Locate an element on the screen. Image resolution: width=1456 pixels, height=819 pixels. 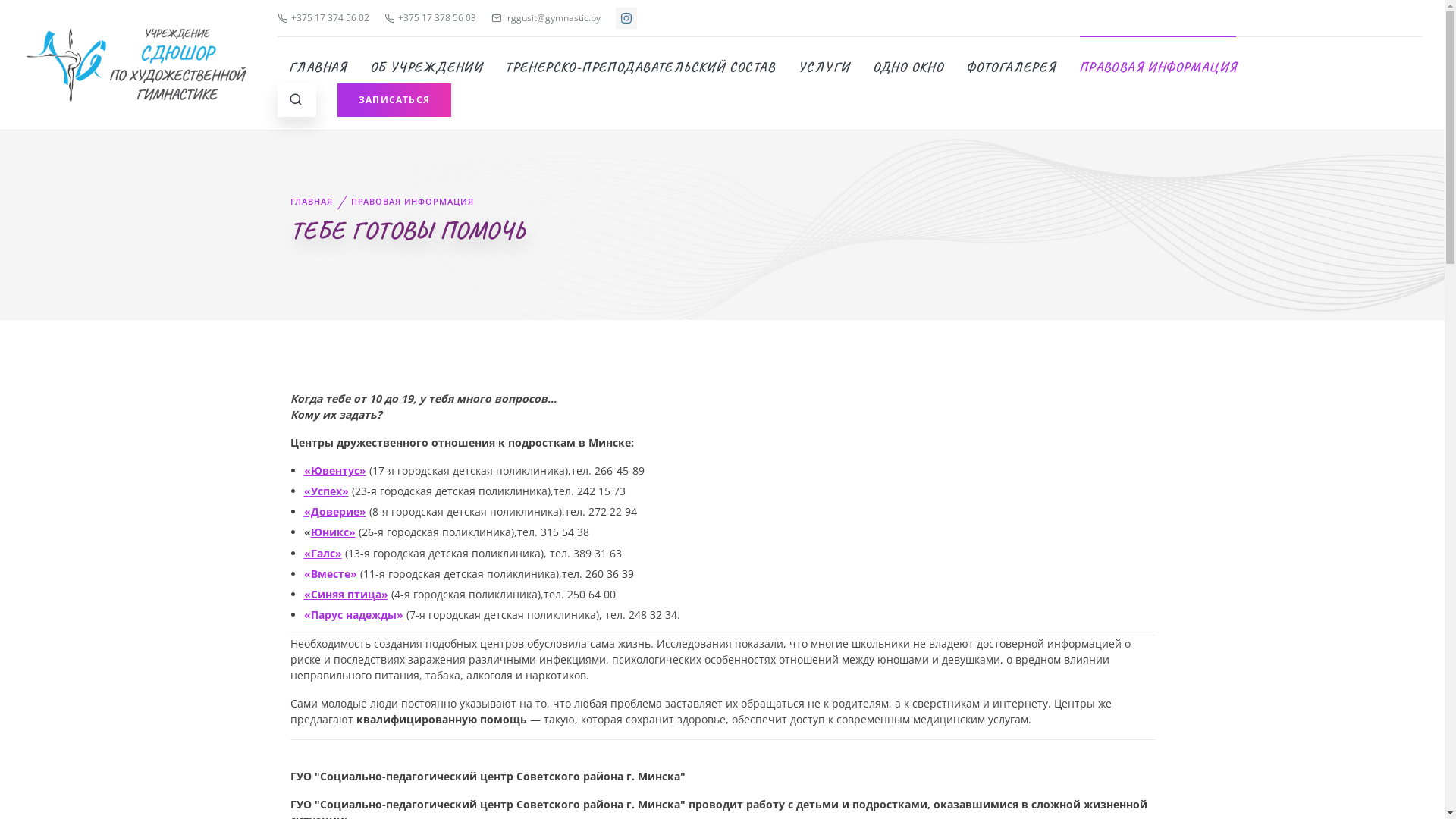
'+375 17 374 56 02' is located at coordinates (277, 17).